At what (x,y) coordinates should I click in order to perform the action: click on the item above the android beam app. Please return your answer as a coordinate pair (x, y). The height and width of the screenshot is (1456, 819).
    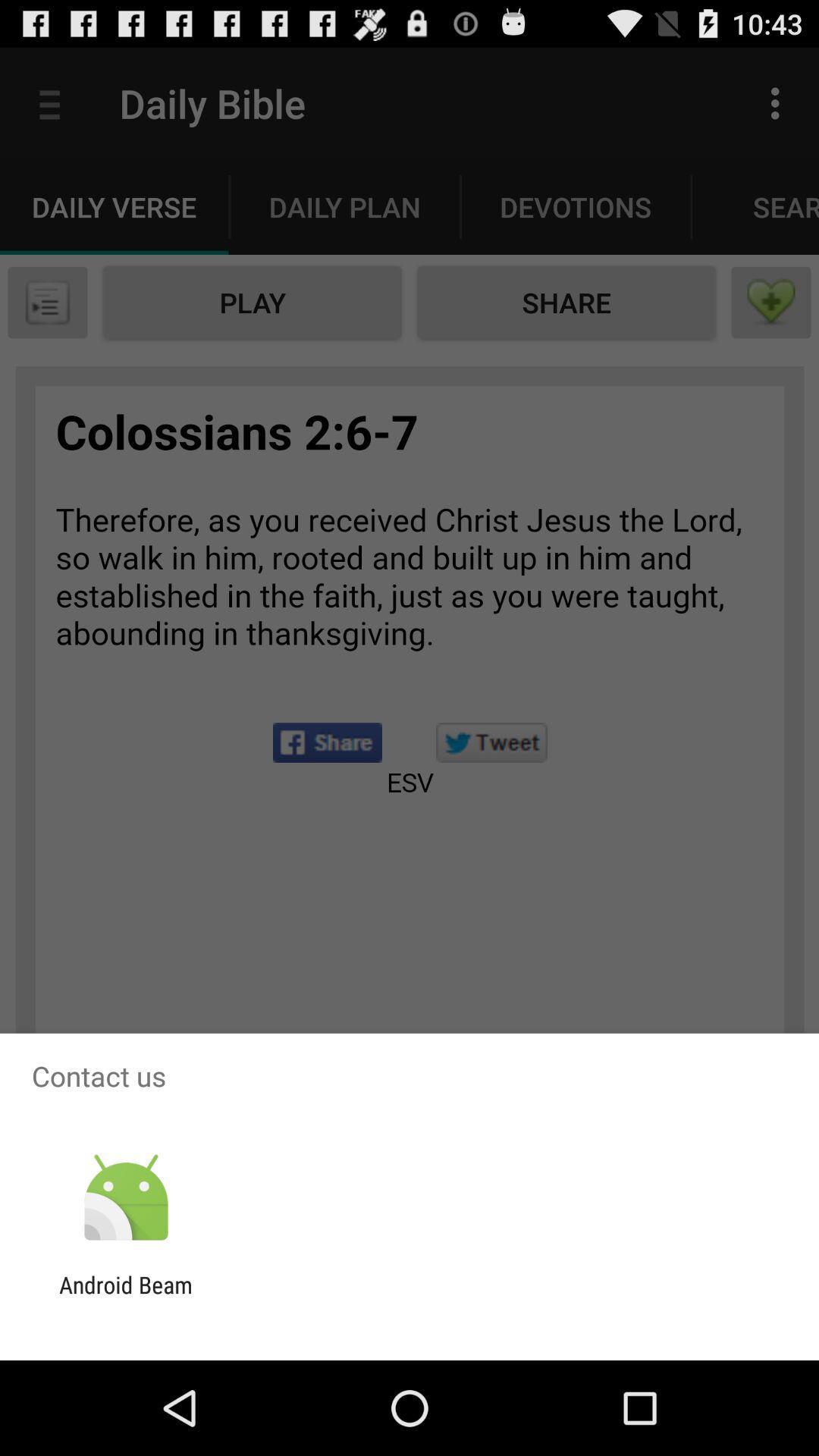
    Looking at the image, I should click on (125, 1197).